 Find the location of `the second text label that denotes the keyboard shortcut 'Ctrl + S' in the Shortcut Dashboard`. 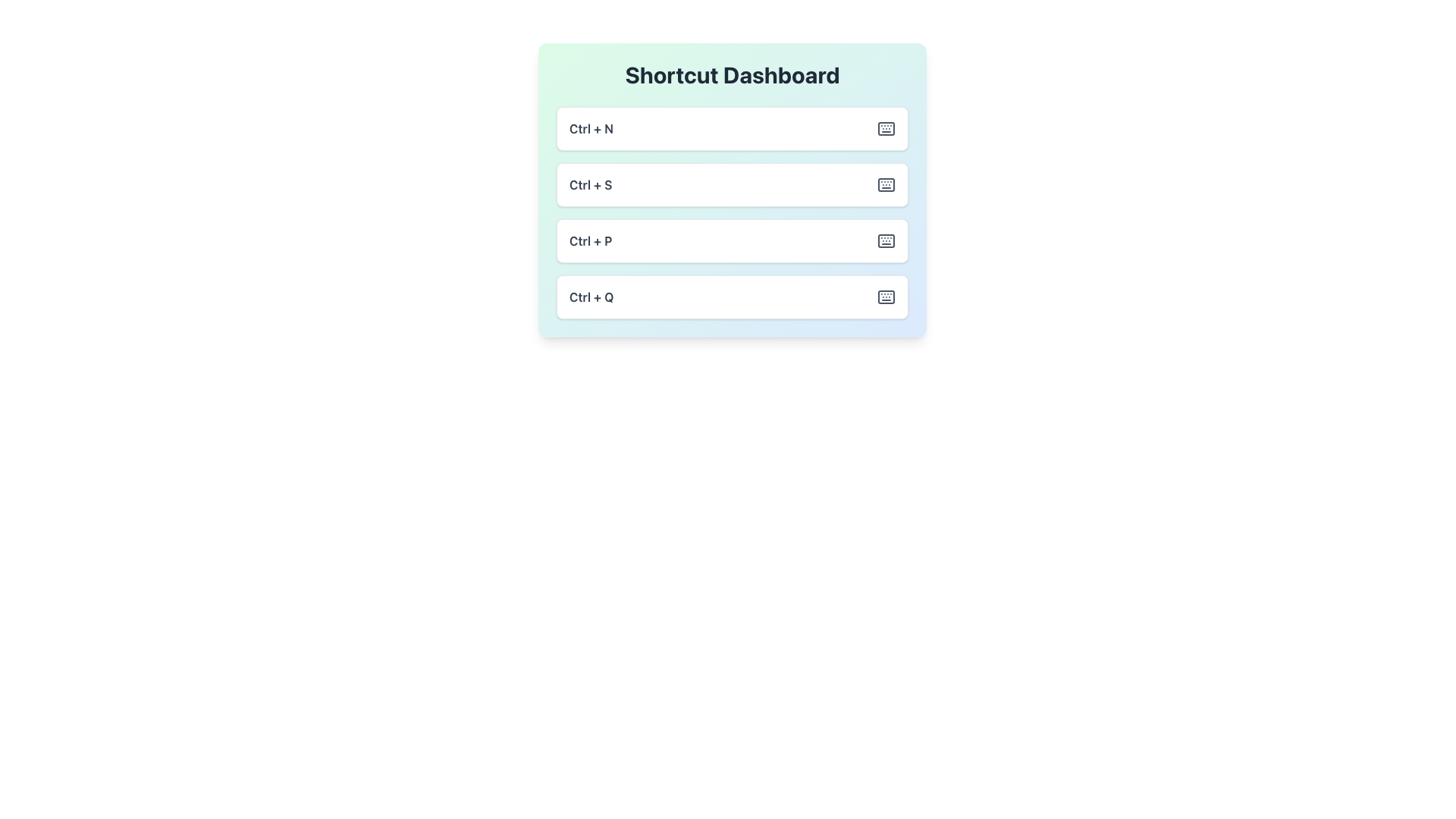

the second text label that denotes the keyboard shortcut 'Ctrl + S' in the Shortcut Dashboard is located at coordinates (590, 184).